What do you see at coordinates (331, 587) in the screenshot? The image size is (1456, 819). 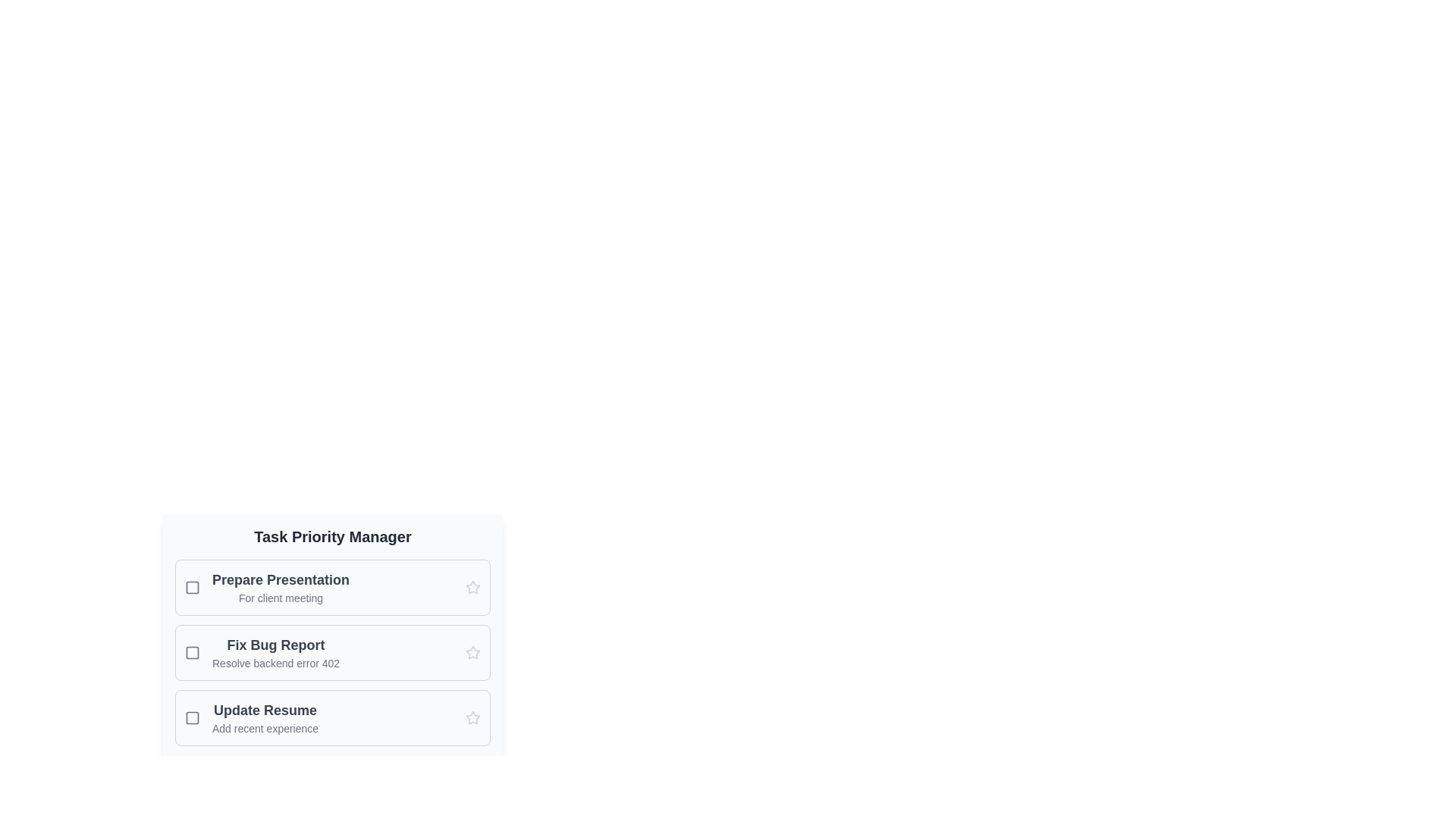 I see `to select or interact with the 'Prepare Presentation' card, which is the first card in the 'Task Priority Manager' section, featuring a bold title and a checkbox` at bounding box center [331, 587].